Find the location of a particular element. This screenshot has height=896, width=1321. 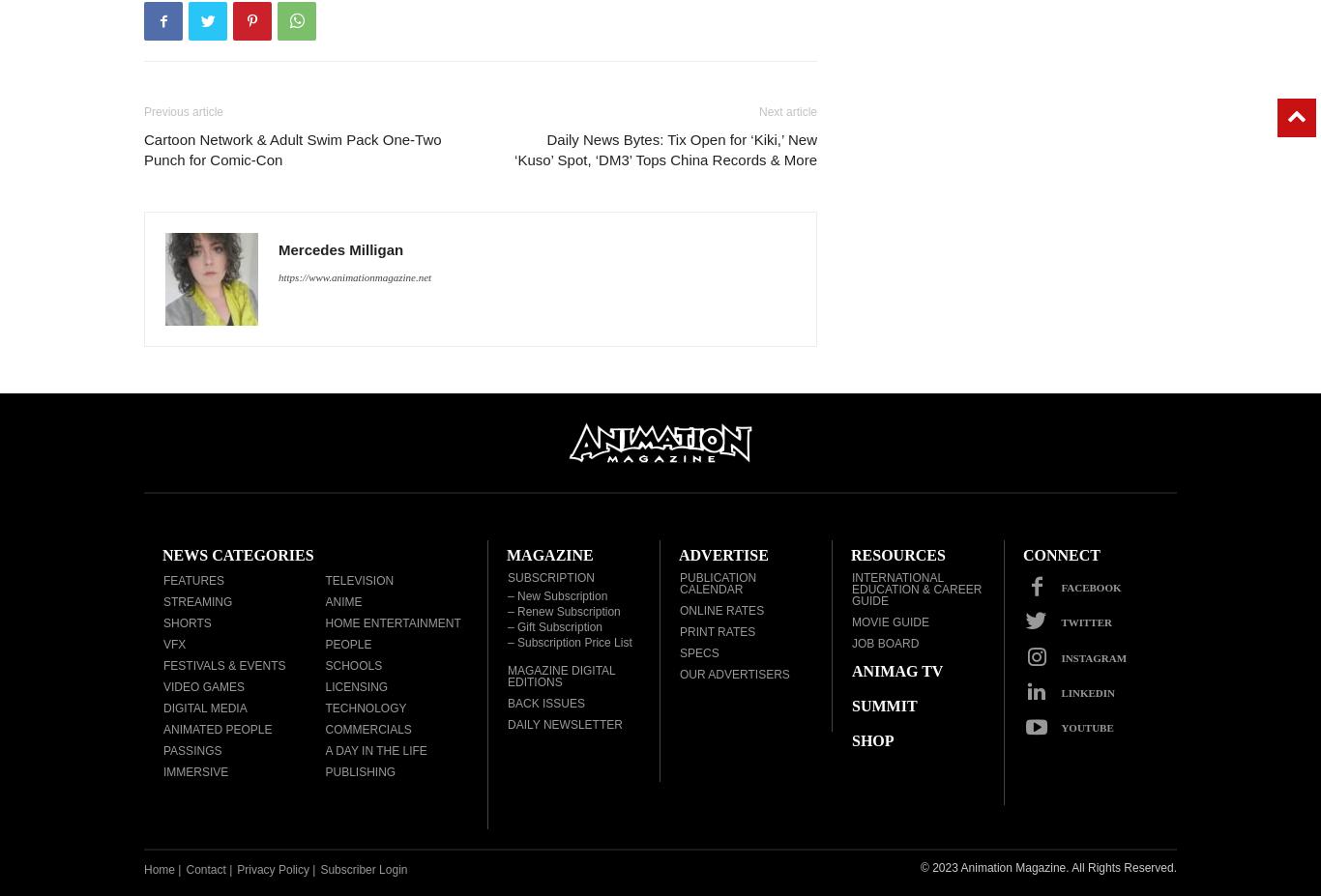

'Next article' is located at coordinates (786, 110).